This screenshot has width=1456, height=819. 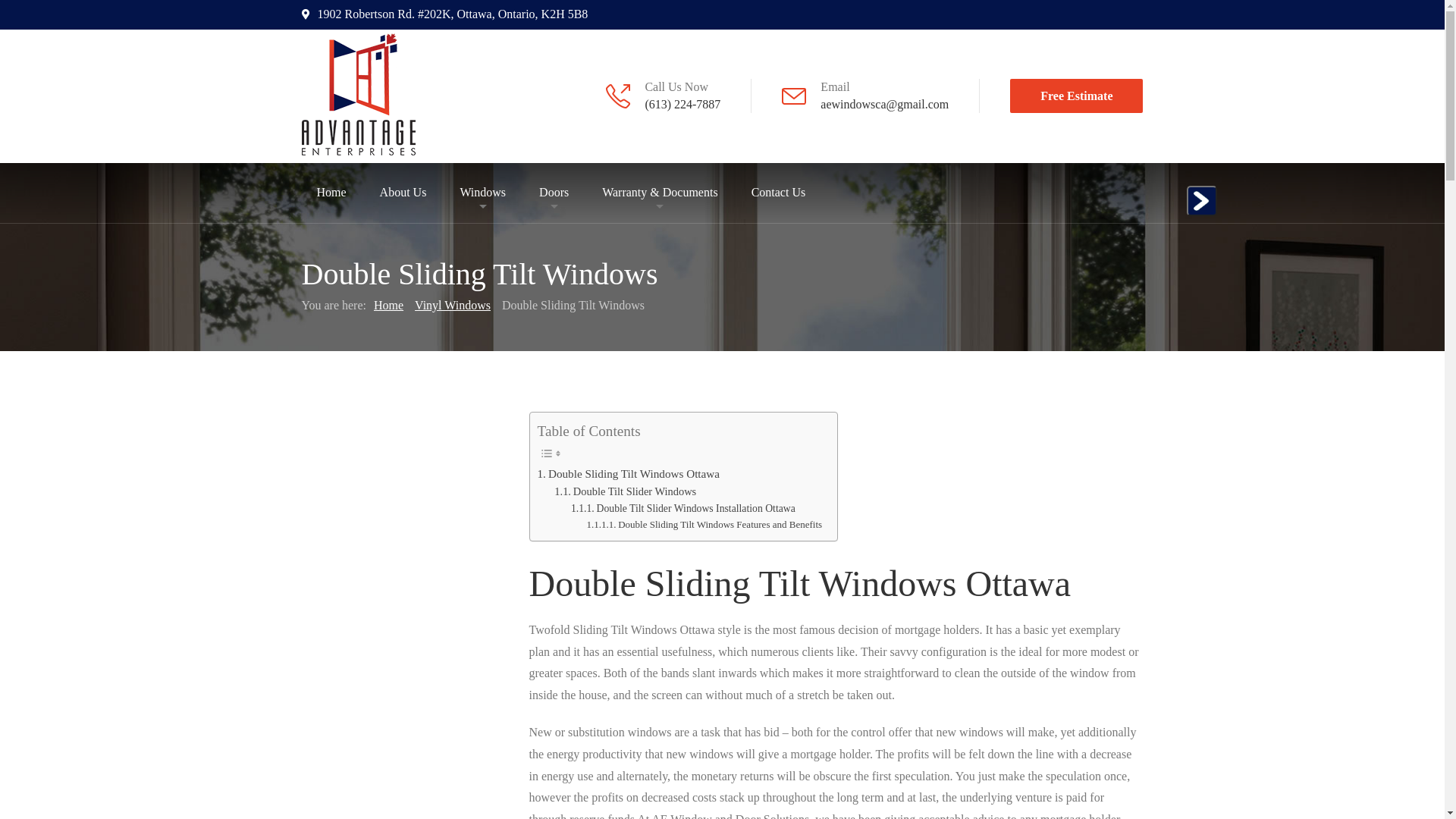 I want to click on 'Windows', so click(x=482, y=192).